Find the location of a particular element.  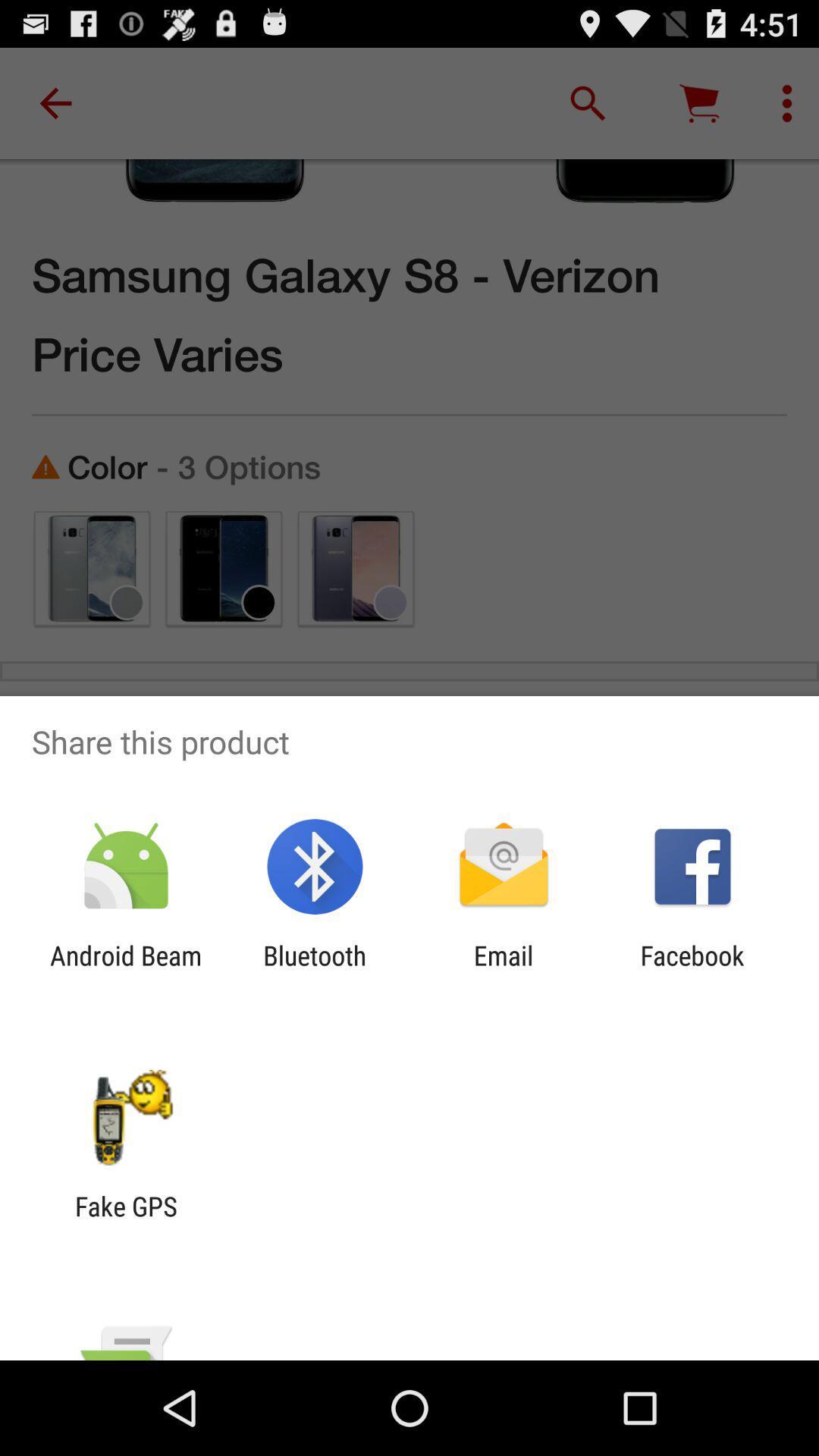

android beam icon is located at coordinates (125, 971).